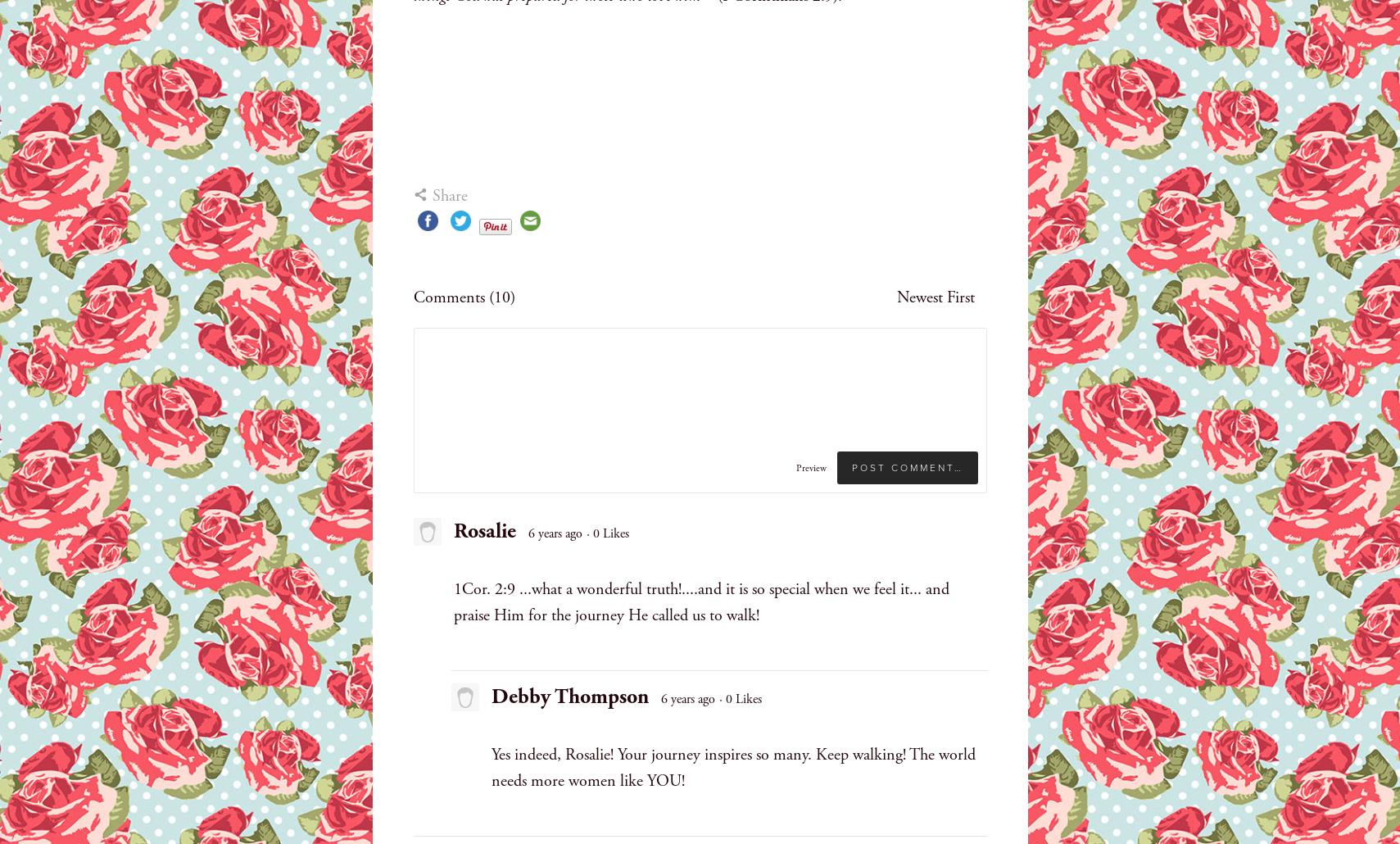 This screenshot has width=1400, height=844. Describe the element at coordinates (452, 601) in the screenshot. I see `'1Cor. 2:9 ...what a wonderful truth!....and it is so special when we feel it... and praise Him for the journey He called us to walk!'` at that location.